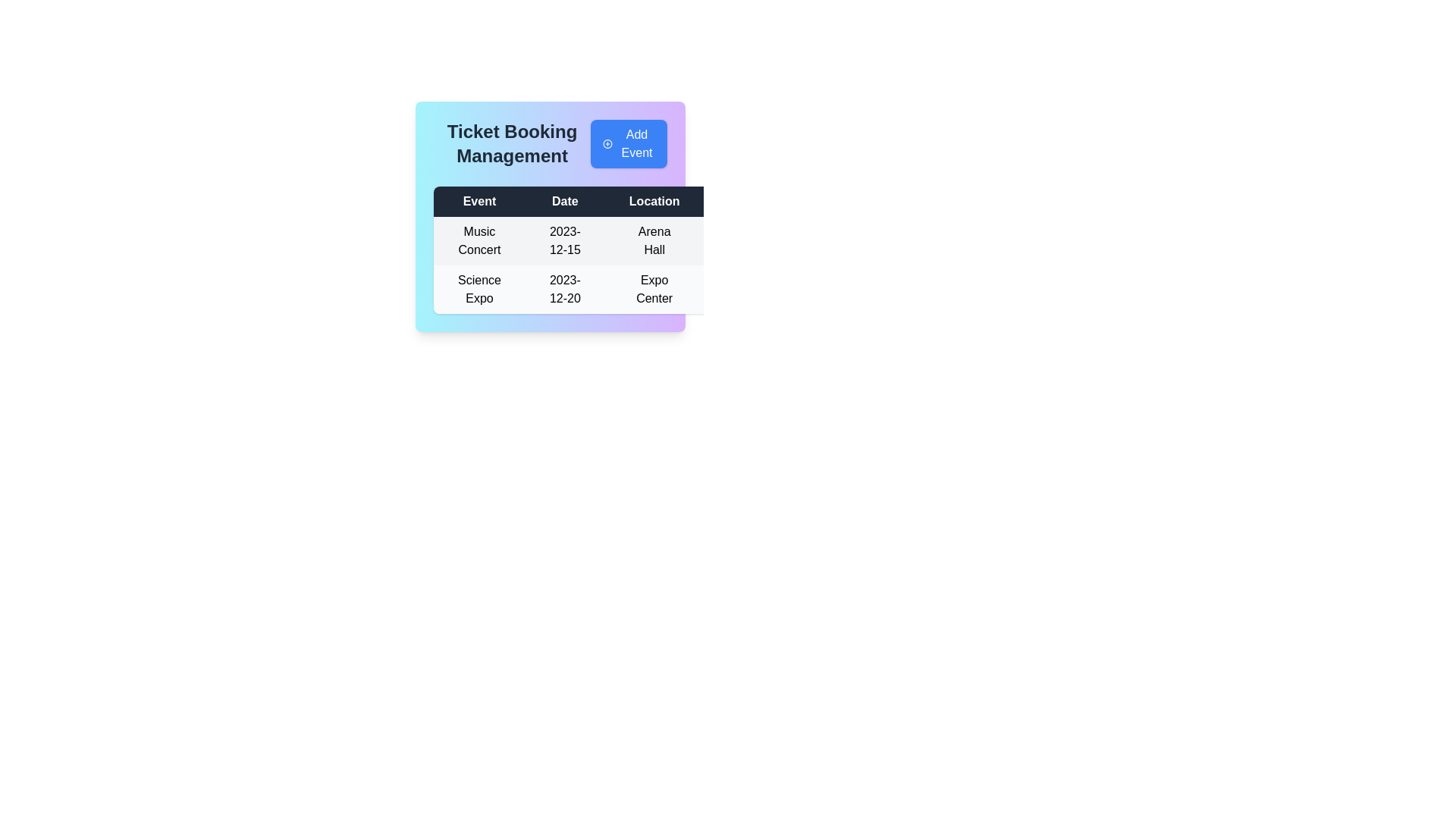 The width and height of the screenshot is (1456, 819). What do you see at coordinates (607, 143) in the screenshot?
I see `the circular icon with a plus sign inside, located to the left of the 'Add Event' text label in the blue button` at bounding box center [607, 143].